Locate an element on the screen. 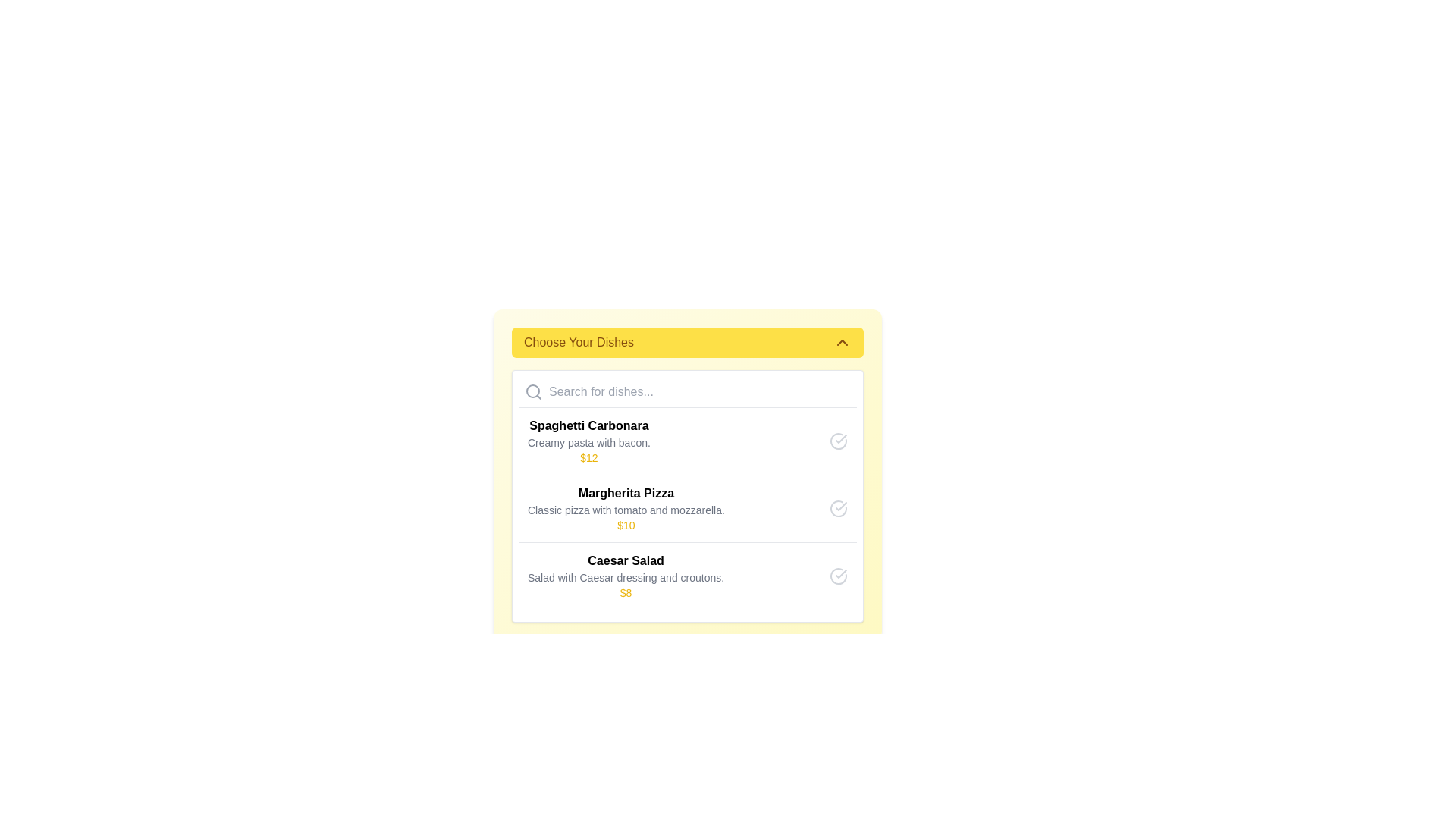 Image resolution: width=1456 pixels, height=819 pixels. text block displaying the title 'Caesar Salad,' description, and price '$8' located in the center-right region of the visible menu dropdown is located at coordinates (626, 576).